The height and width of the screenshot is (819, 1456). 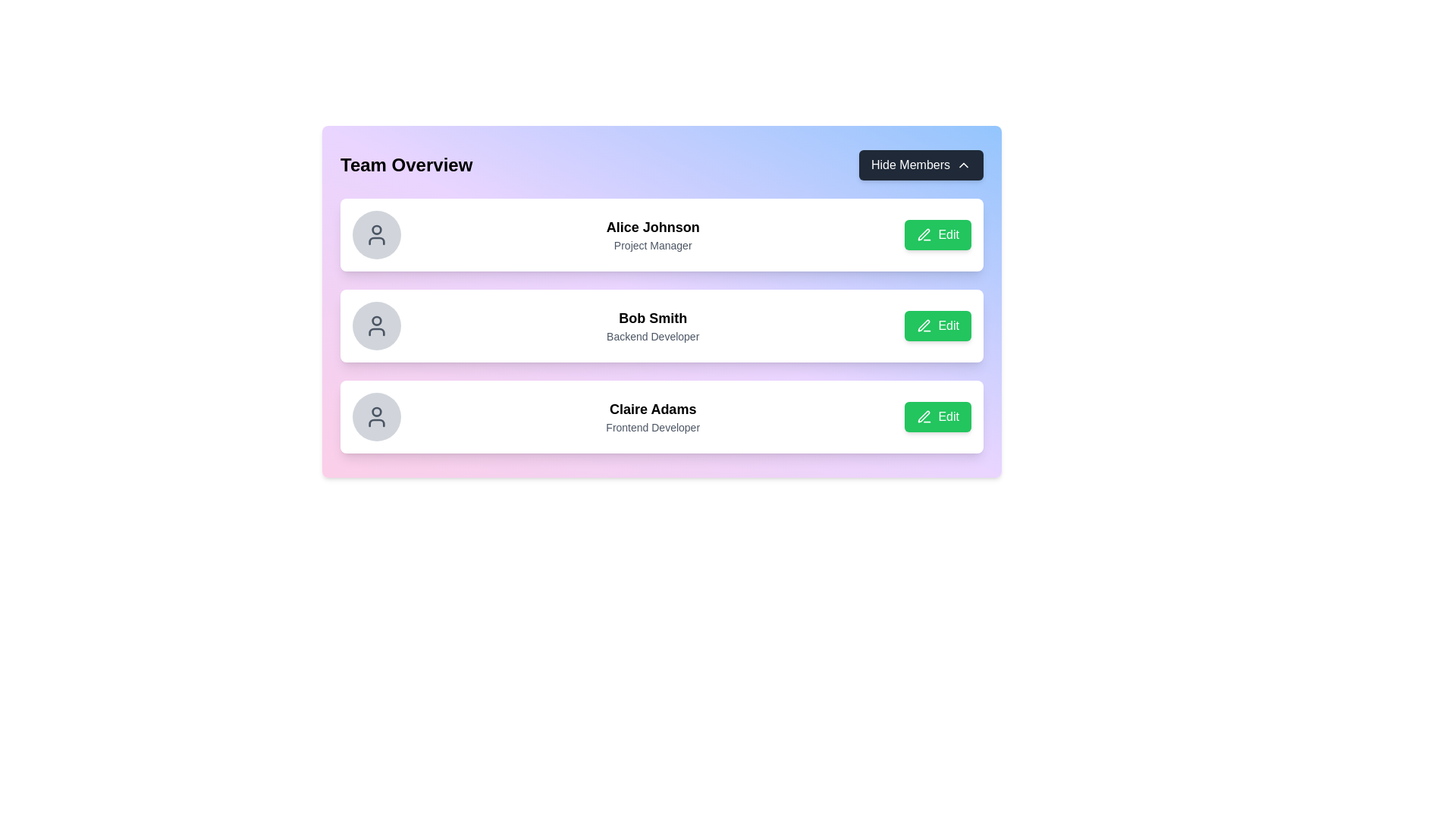 I want to click on the text label displaying the role or job title associated with 'Bob Smith', located below the name and centrally aligned within the second item of the list, so click(x=653, y=335).